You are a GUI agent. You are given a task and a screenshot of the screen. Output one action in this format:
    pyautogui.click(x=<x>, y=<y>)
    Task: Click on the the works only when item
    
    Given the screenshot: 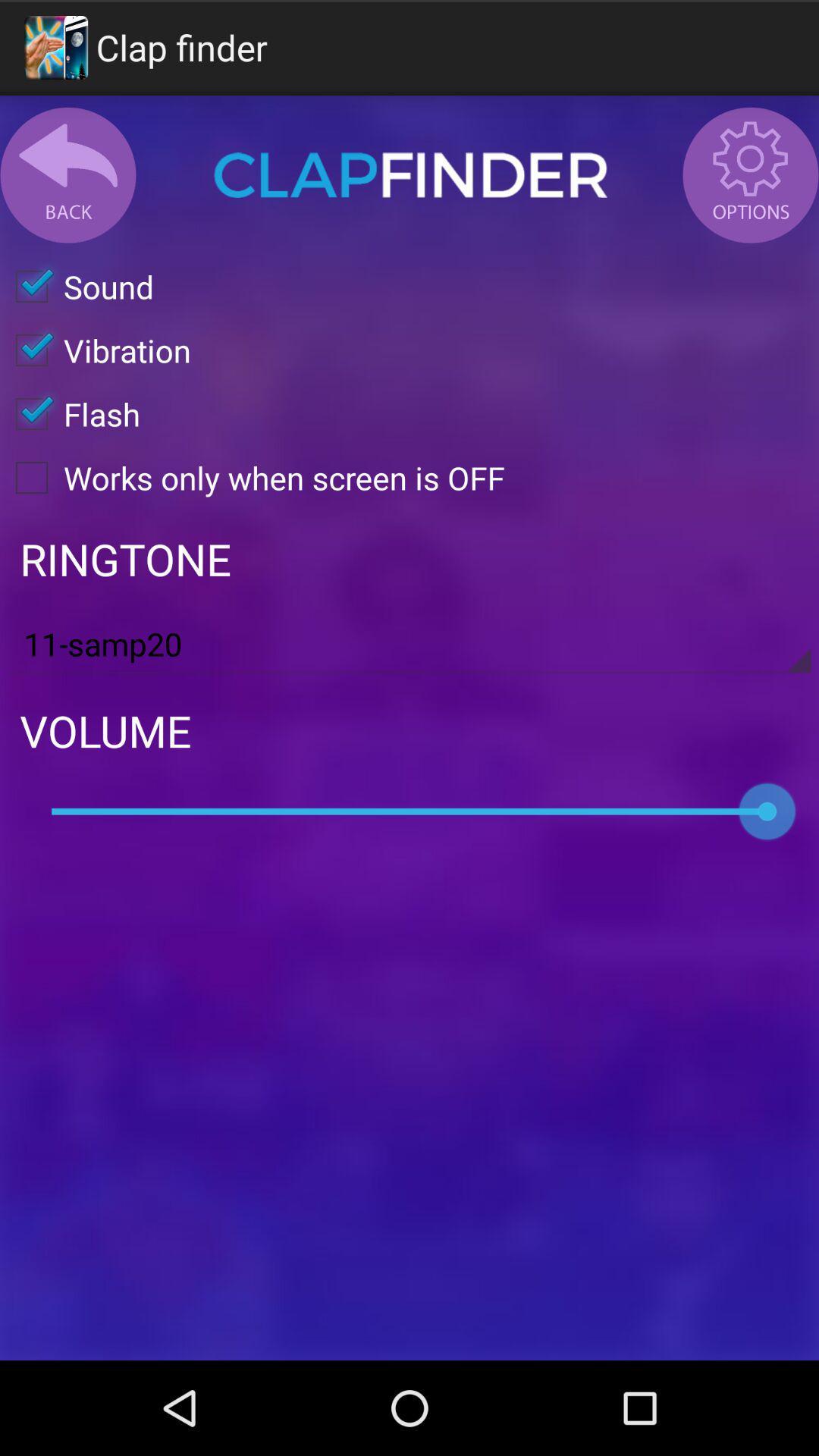 What is the action you would take?
    pyautogui.click(x=251, y=476)
    